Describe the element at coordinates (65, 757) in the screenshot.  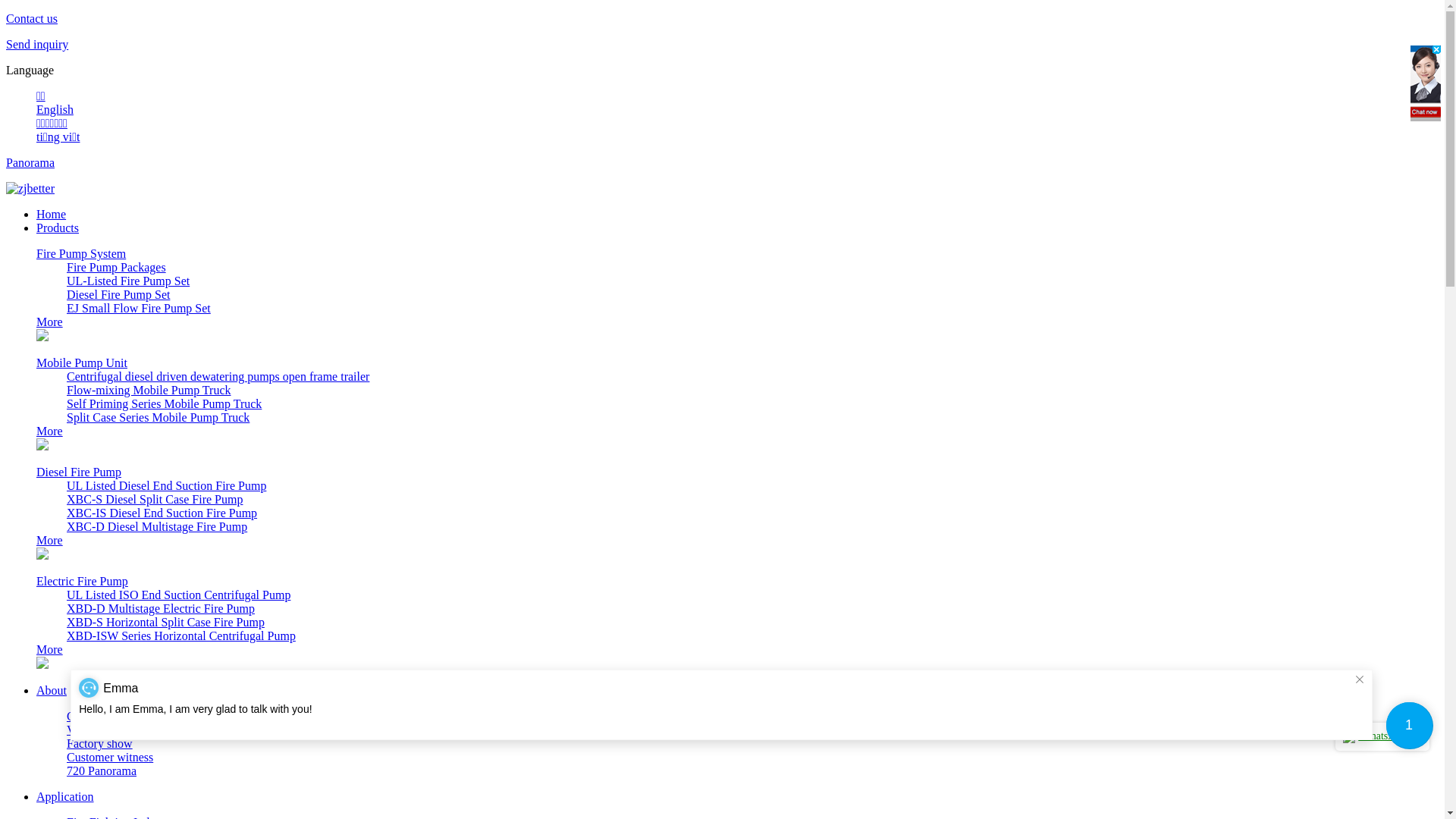
I see `'Customer witness'` at that location.